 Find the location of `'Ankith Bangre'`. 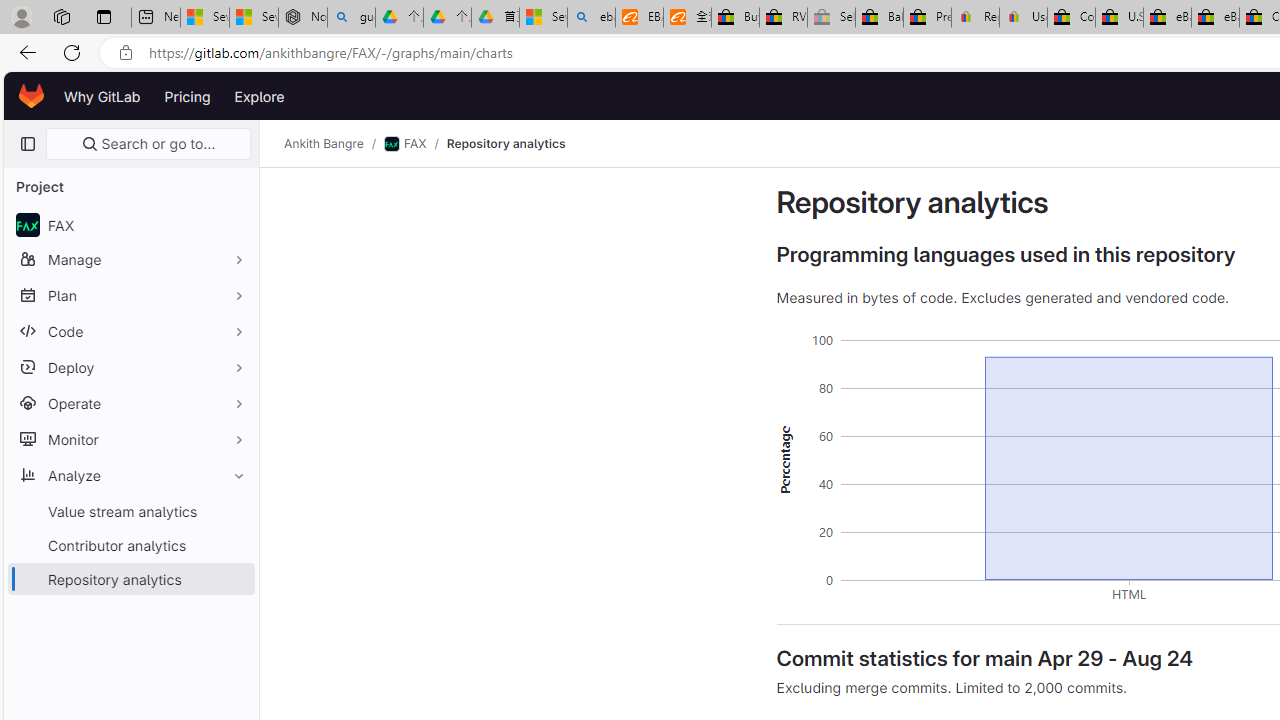

'Ankith Bangre' is located at coordinates (323, 143).